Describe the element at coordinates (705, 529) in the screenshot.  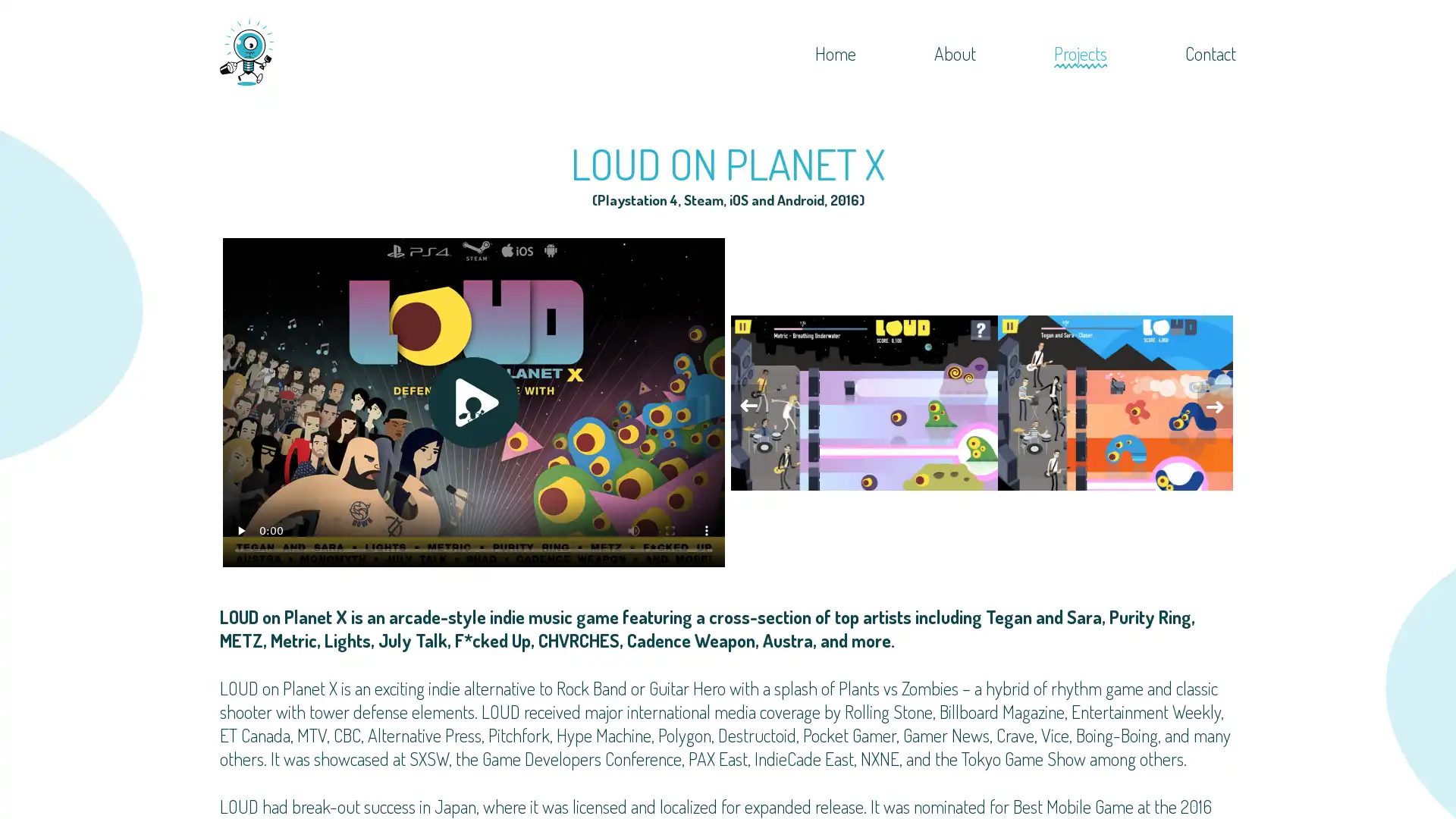
I see `show more media controls` at that location.